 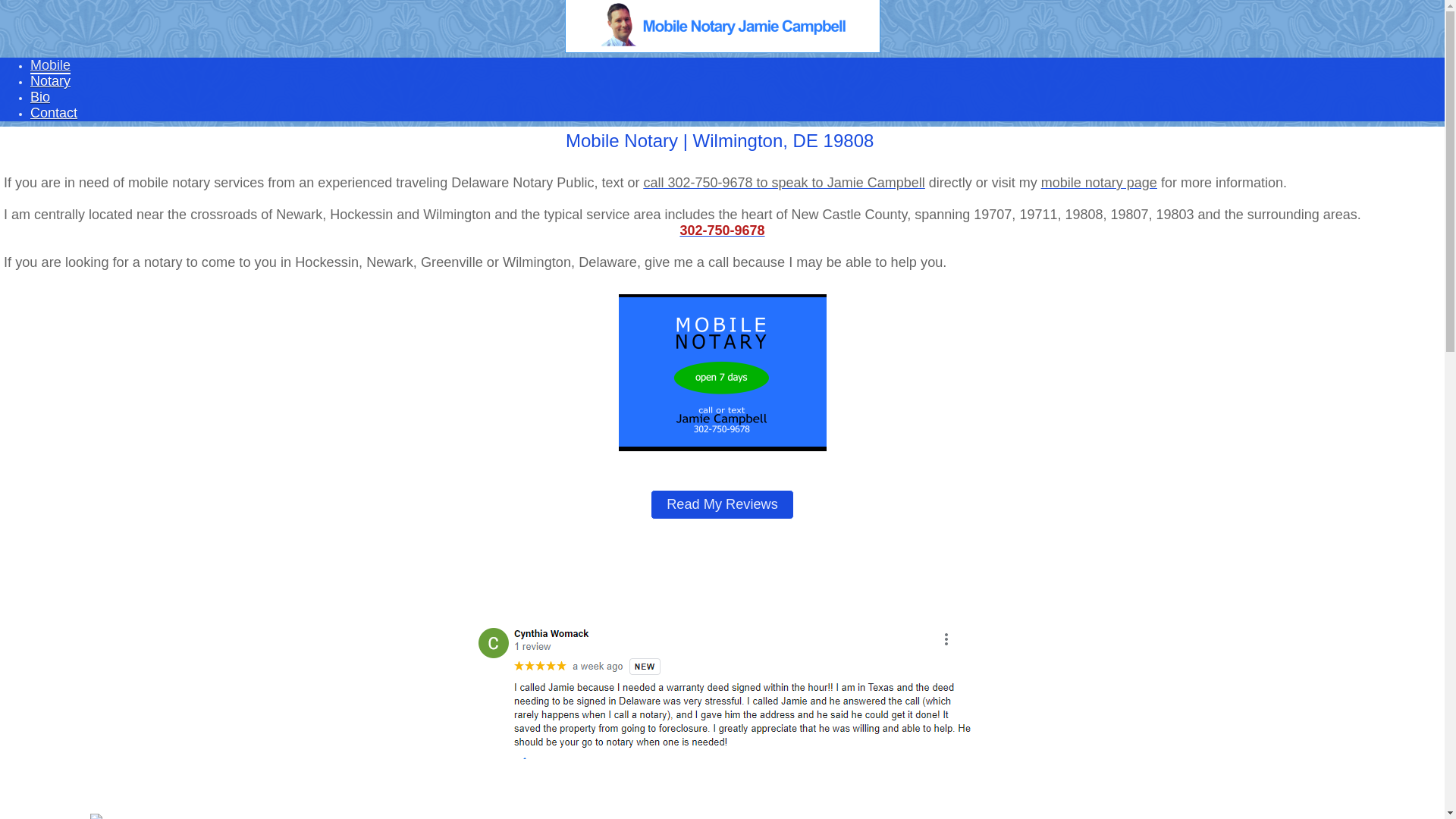 I want to click on 'Contact', so click(x=54, y=112).